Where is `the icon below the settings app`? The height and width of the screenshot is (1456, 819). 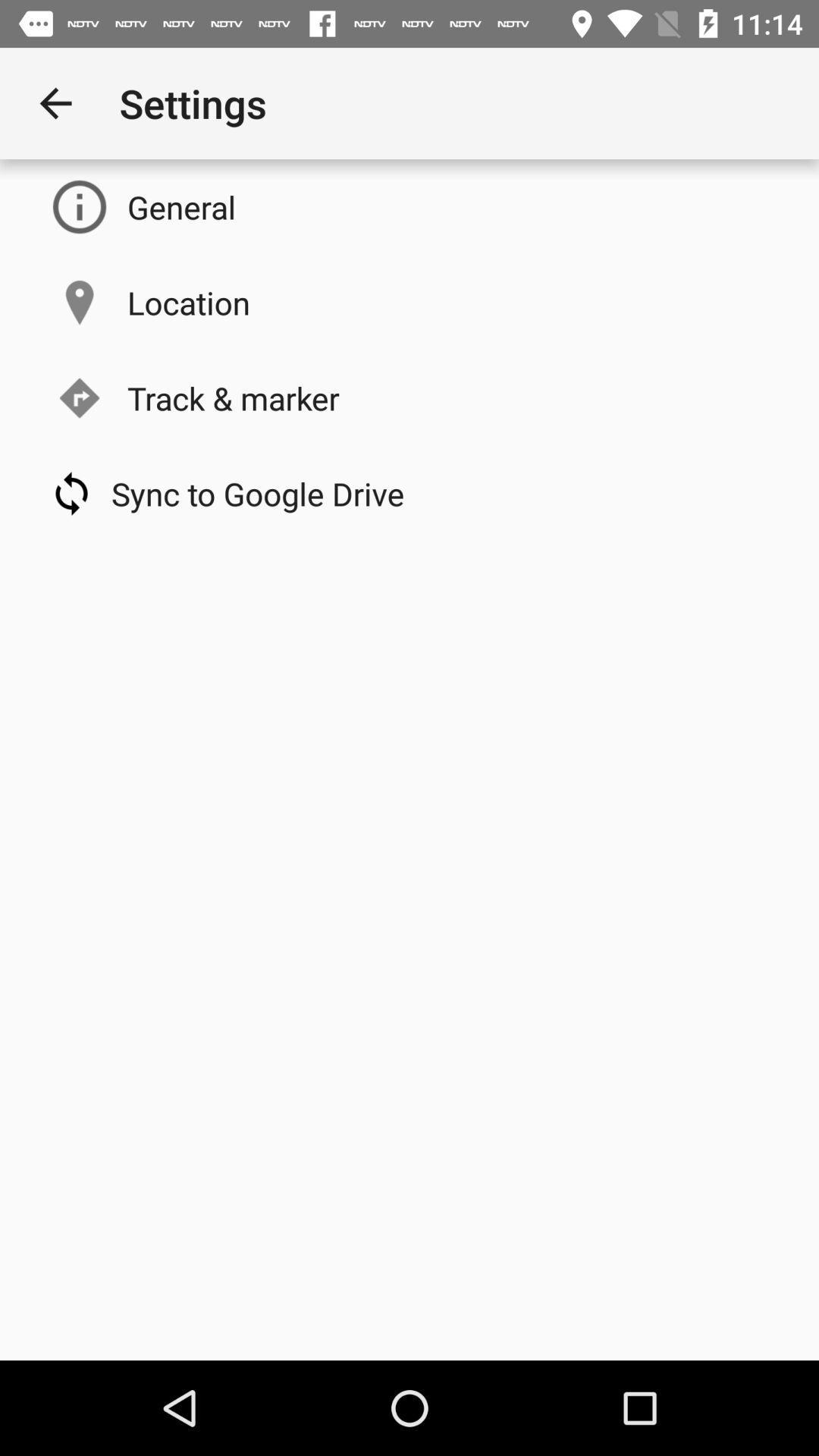
the icon below the settings app is located at coordinates (180, 206).